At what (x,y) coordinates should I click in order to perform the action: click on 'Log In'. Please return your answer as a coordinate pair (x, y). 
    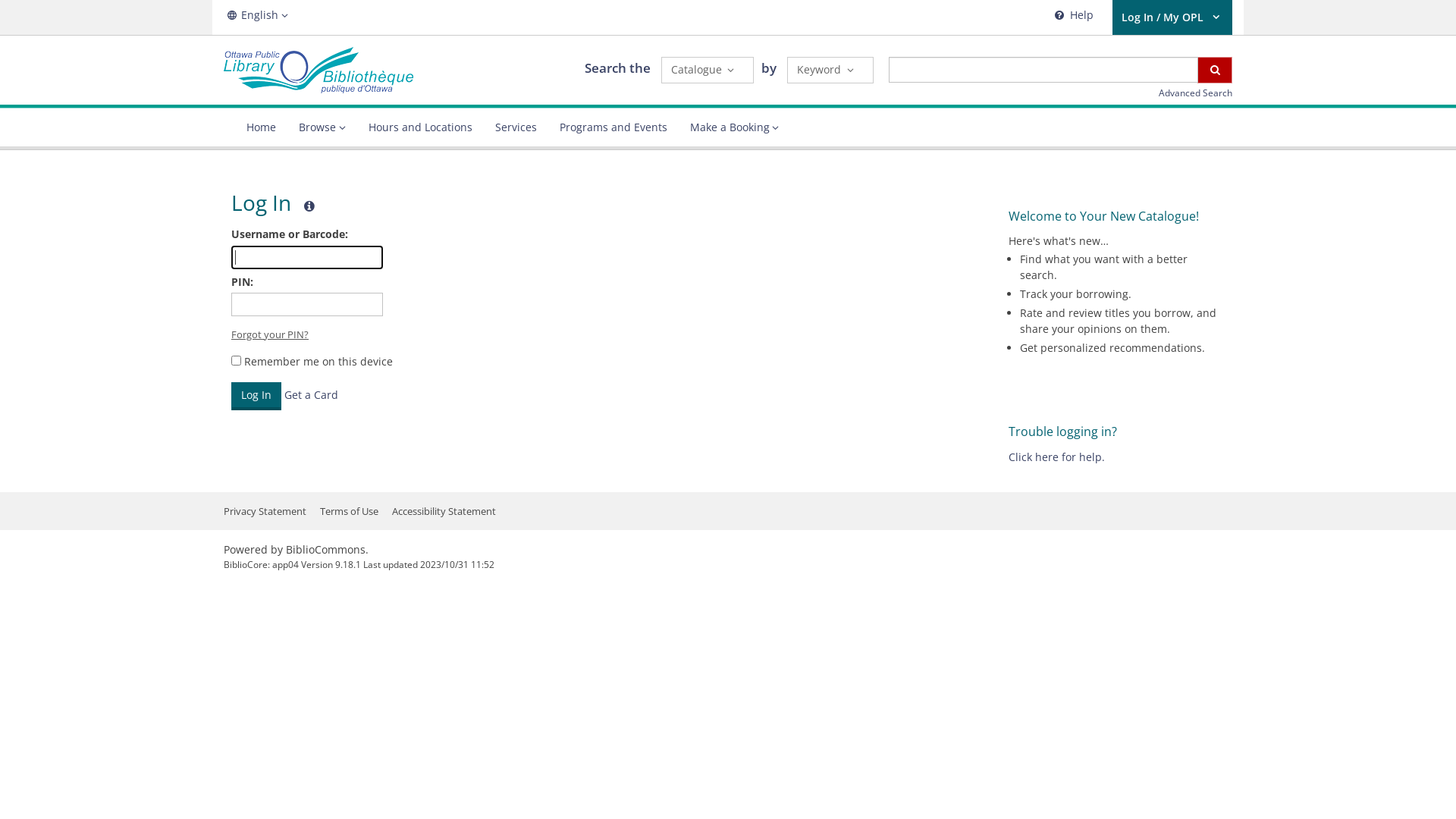
    Looking at the image, I should click on (256, 395).